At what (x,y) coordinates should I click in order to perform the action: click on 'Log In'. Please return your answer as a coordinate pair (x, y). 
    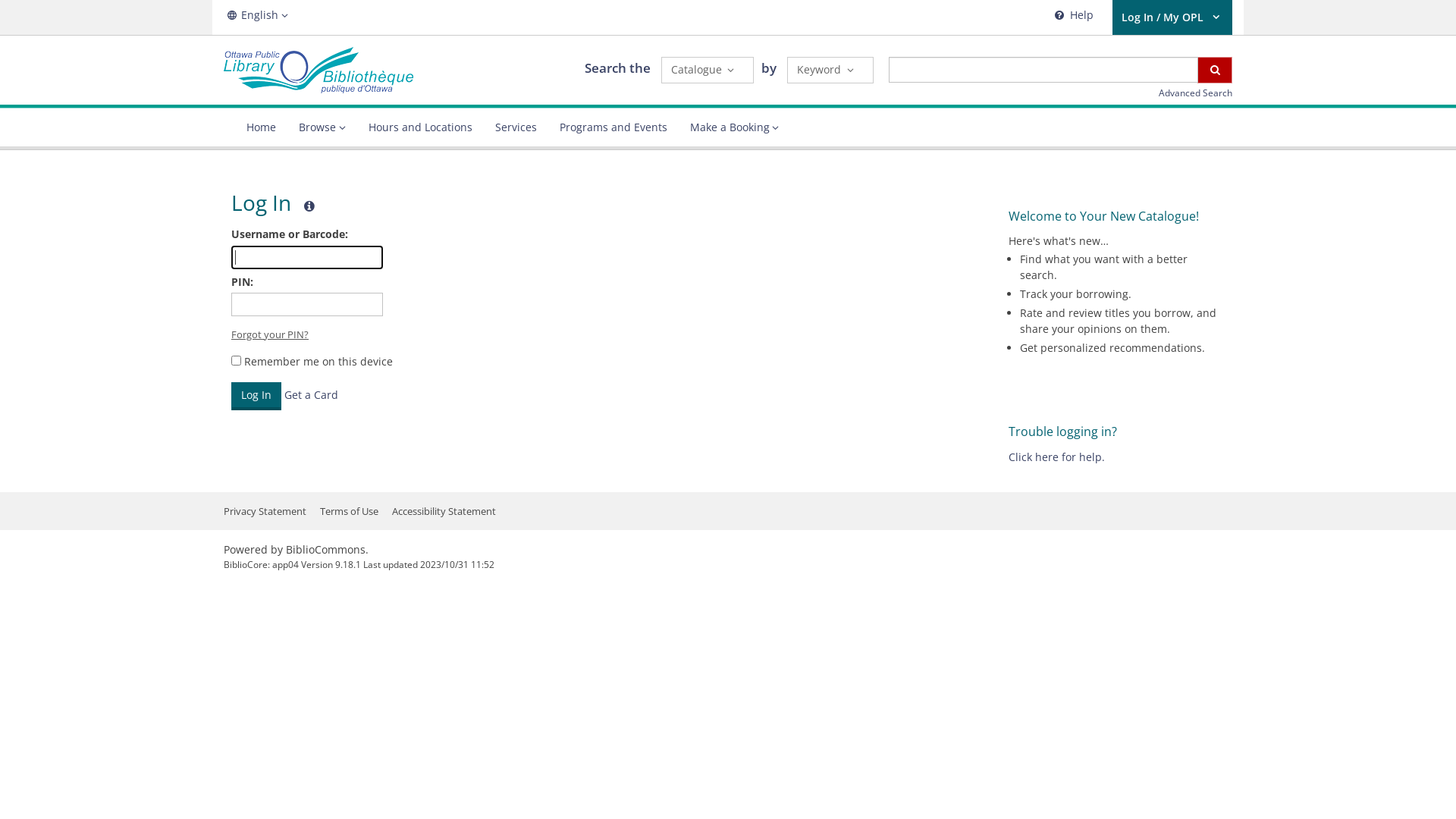
    Looking at the image, I should click on (256, 395).